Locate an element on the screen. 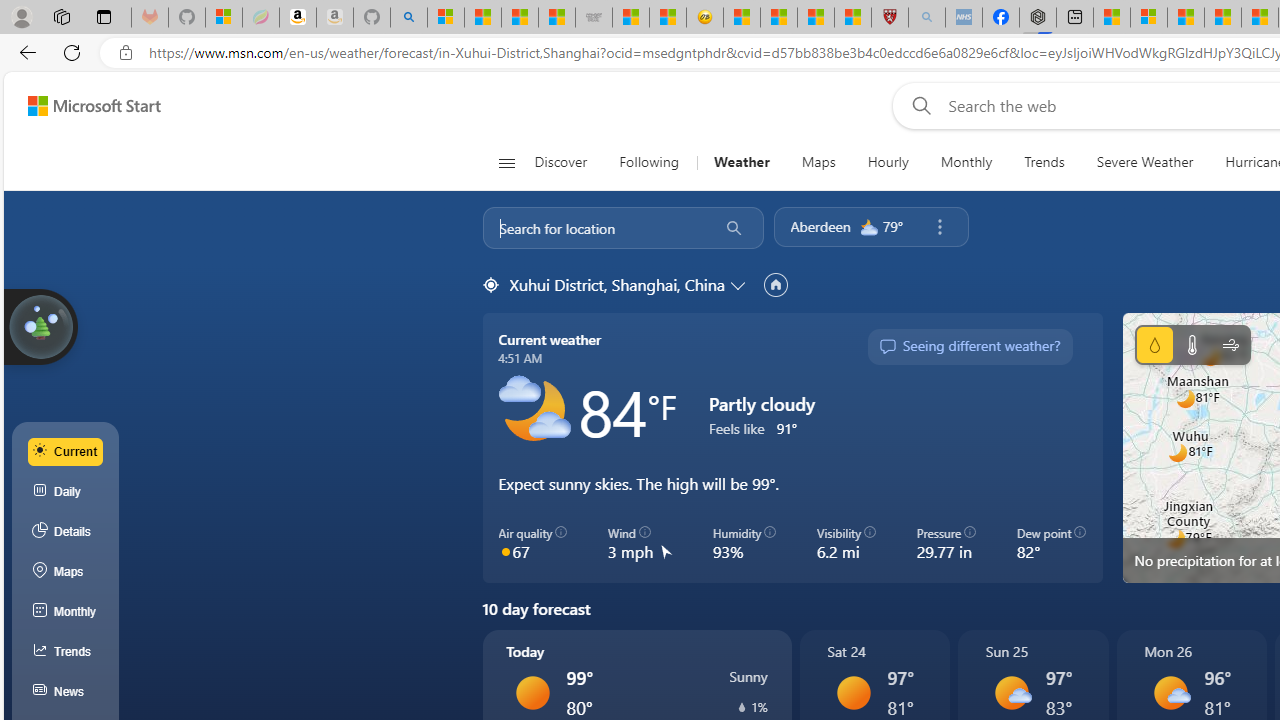 The width and height of the screenshot is (1280, 720). 'Humidity 93%' is located at coordinates (743, 543).